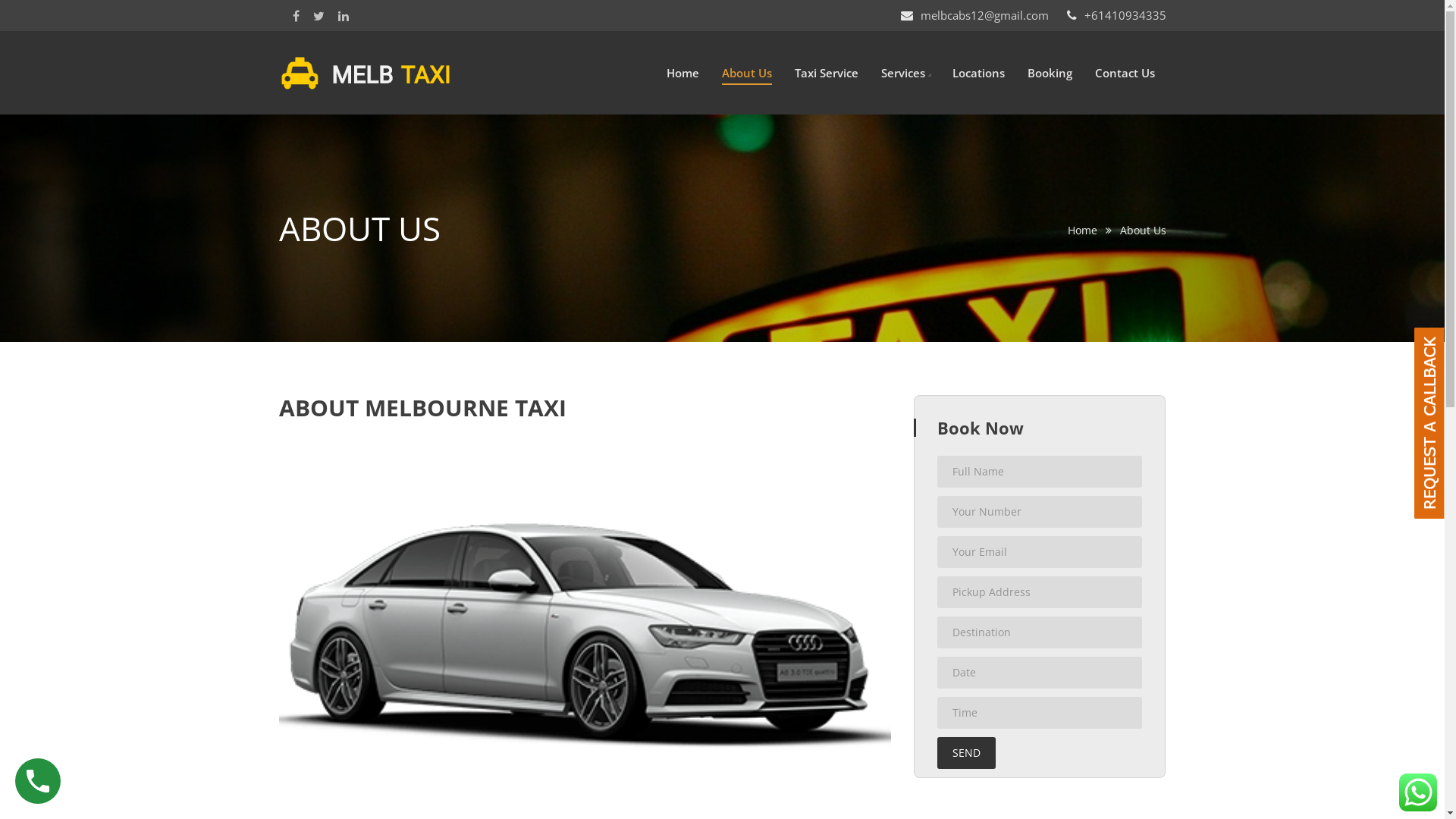 The height and width of the screenshot is (819, 1456). Describe the element at coordinates (984, 14) in the screenshot. I see `'melbcabs12@gmail.com'` at that location.